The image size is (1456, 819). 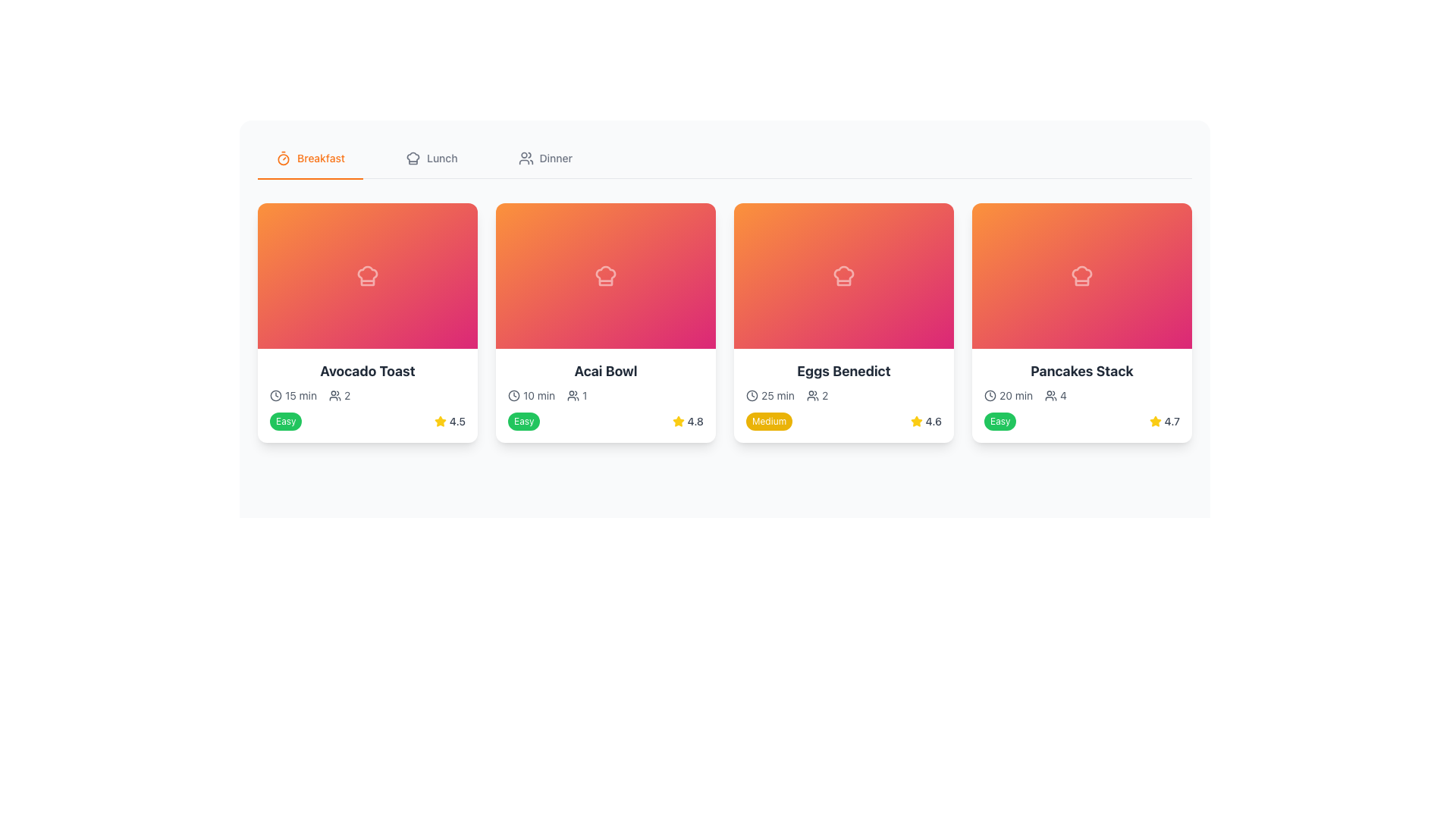 What do you see at coordinates (576, 394) in the screenshot?
I see `the icon representing a group of people with the number '1' styled in gray, located beneath the 'Acai Bowl' card and after the time information ('10 min')` at bounding box center [576, 394].